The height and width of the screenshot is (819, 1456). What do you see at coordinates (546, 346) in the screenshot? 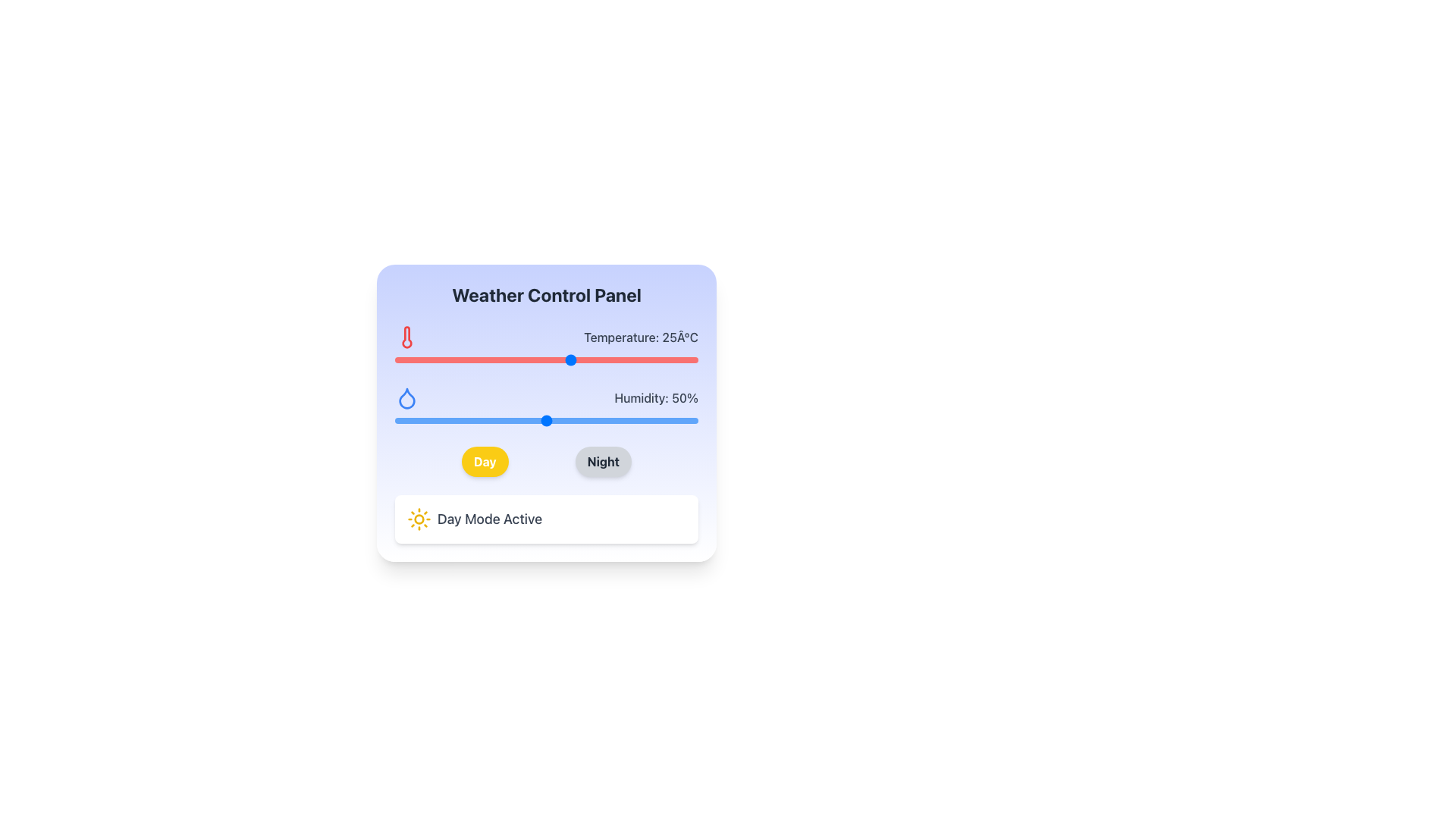
I see `the range slider component labeled 'Temperature: 25°C'` at bounding box center [546, 346].